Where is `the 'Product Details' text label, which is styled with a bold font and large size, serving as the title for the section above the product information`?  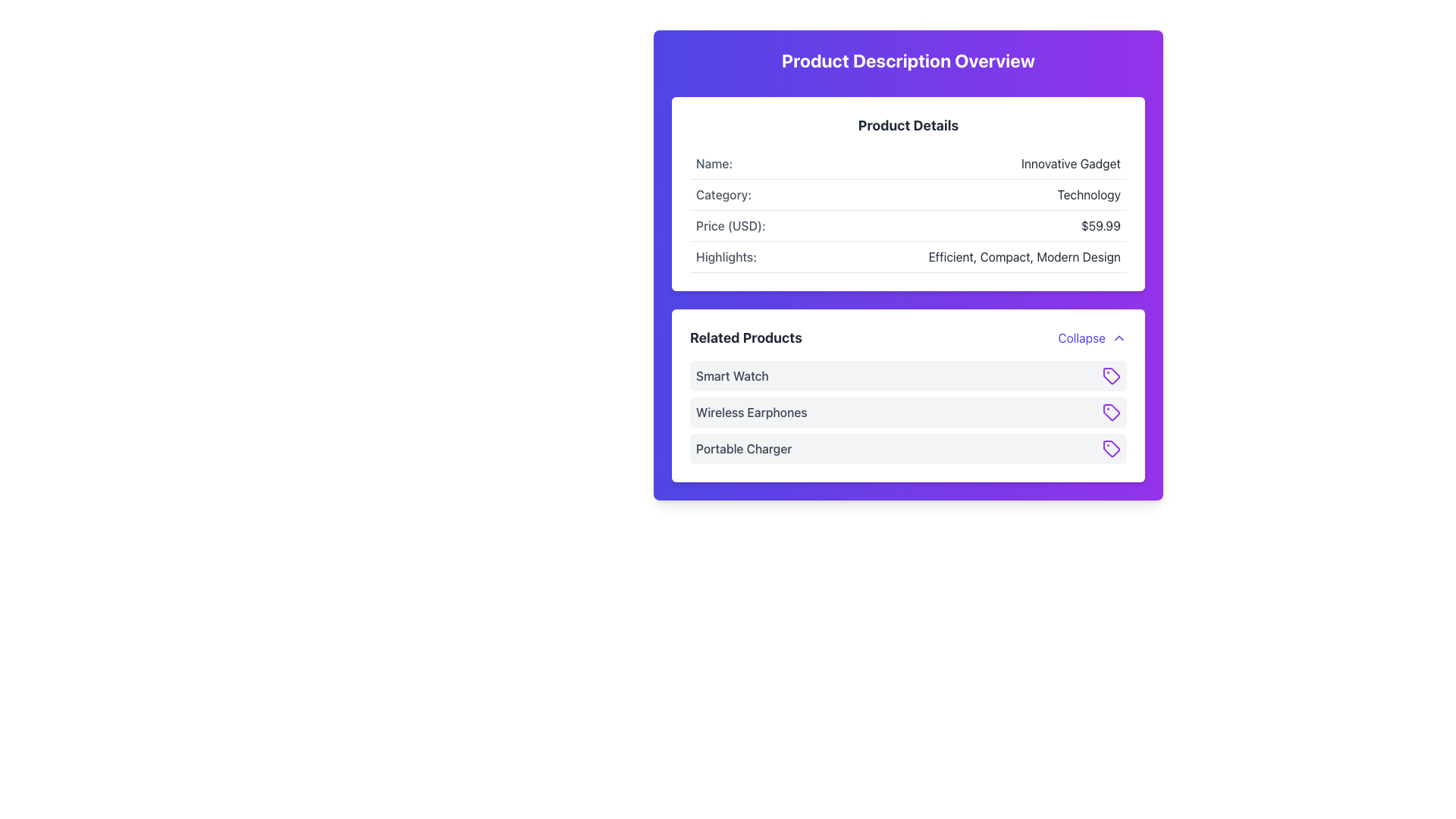 the 'Product Details' text label, which is styled with a bold font and large size, serving as the title for the section above the product information is located at coordinates (908, 124).